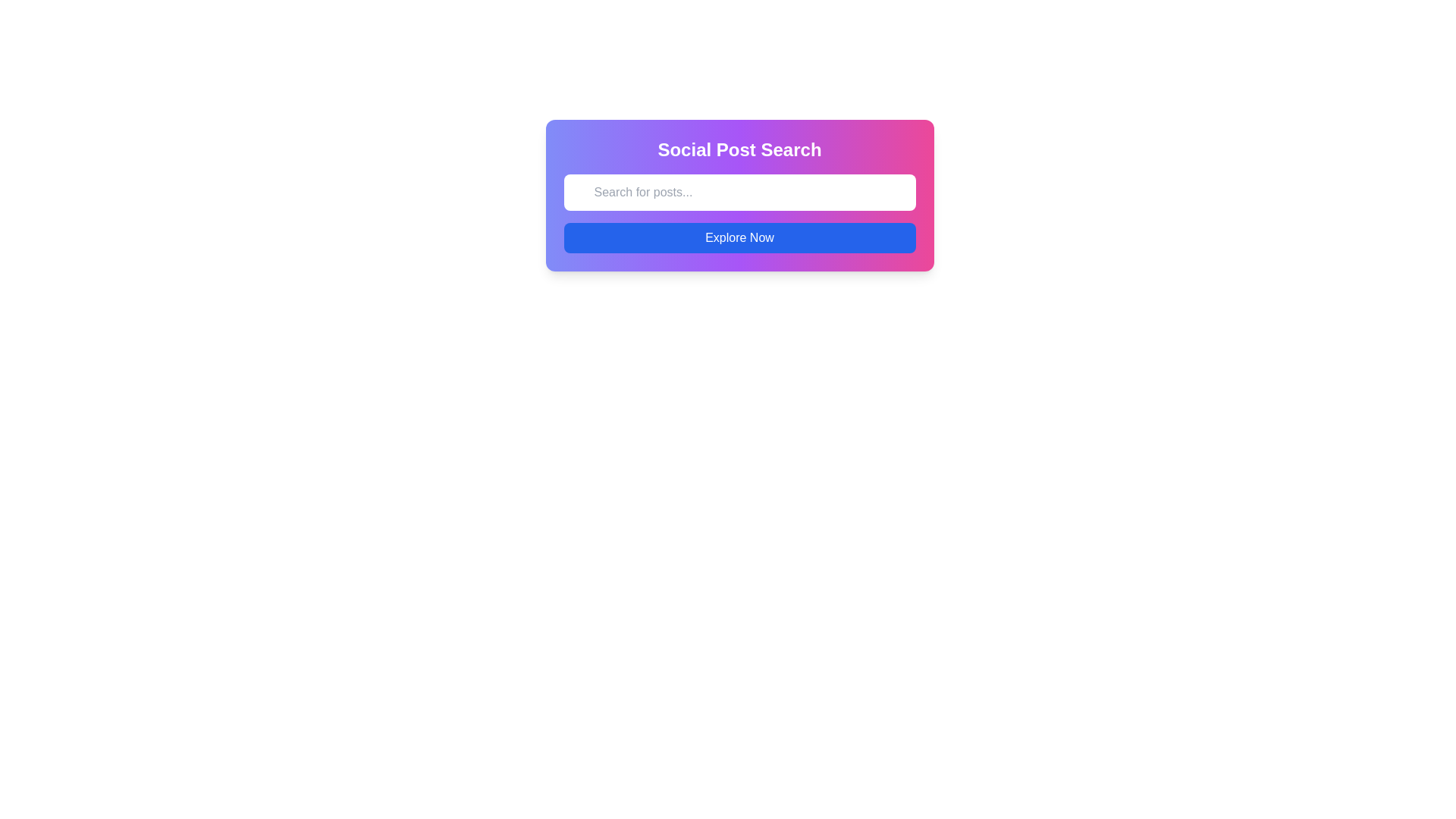 The width and height of the screenshot is (1456, 819). I want to click on the blue button labeled 'Explore Now' with rounded corners, located below the text input and title 'Social Post Search', to initiate an action, so click(739, 237).